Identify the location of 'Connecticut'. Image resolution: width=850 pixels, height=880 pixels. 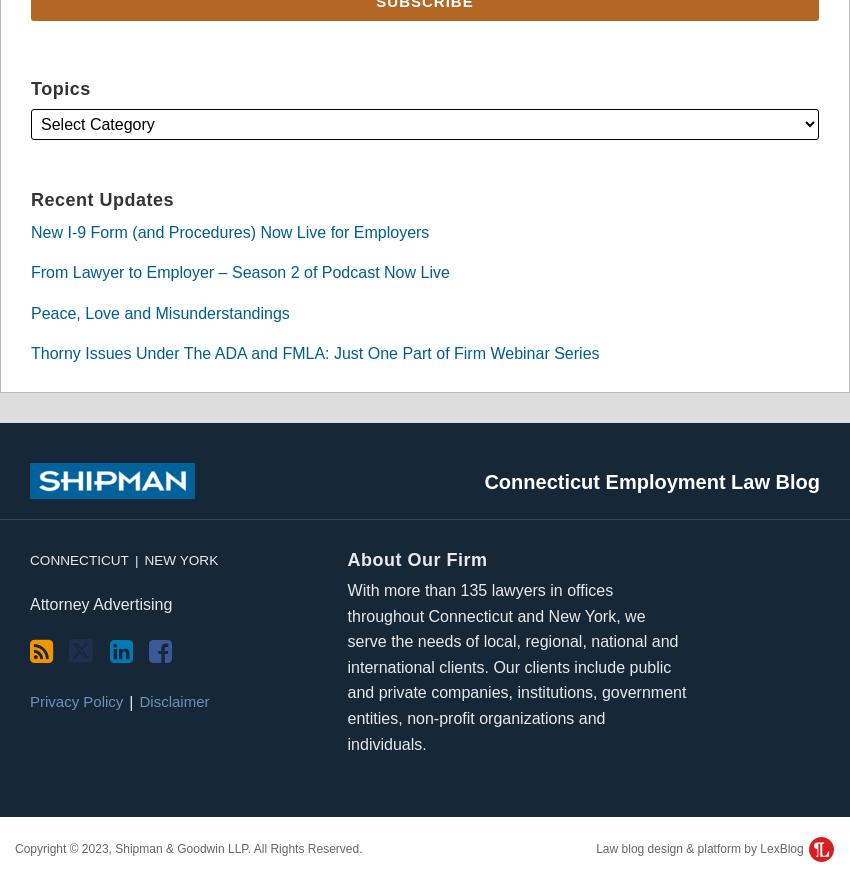
(78, 559).